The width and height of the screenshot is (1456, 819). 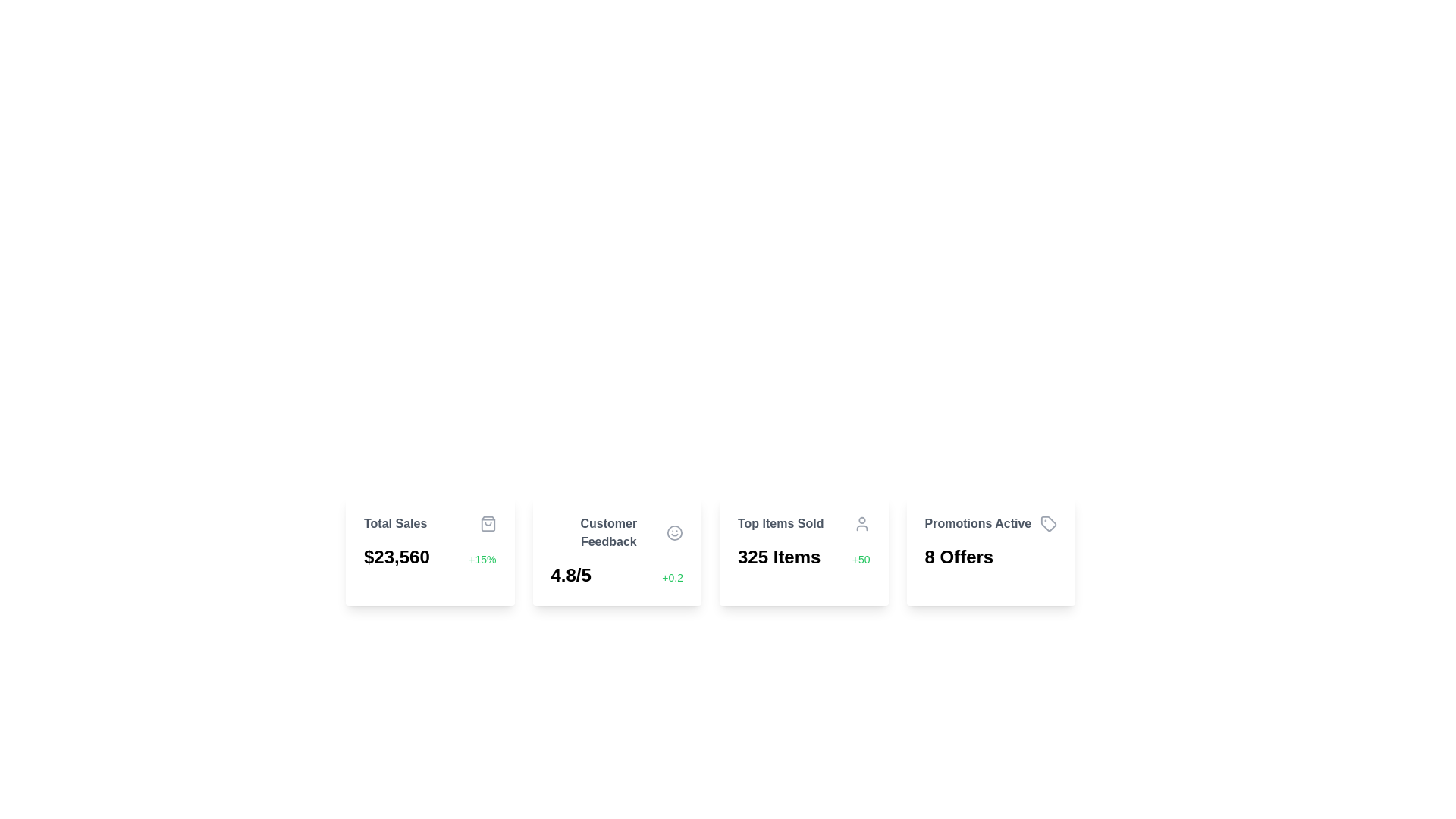 I want to click on numeric rating '4.8/5' displayed in bold font with a green '+0.2' beside it, located at the bottom of the 'Customer Feedback' card, so click(x=617, y=576).